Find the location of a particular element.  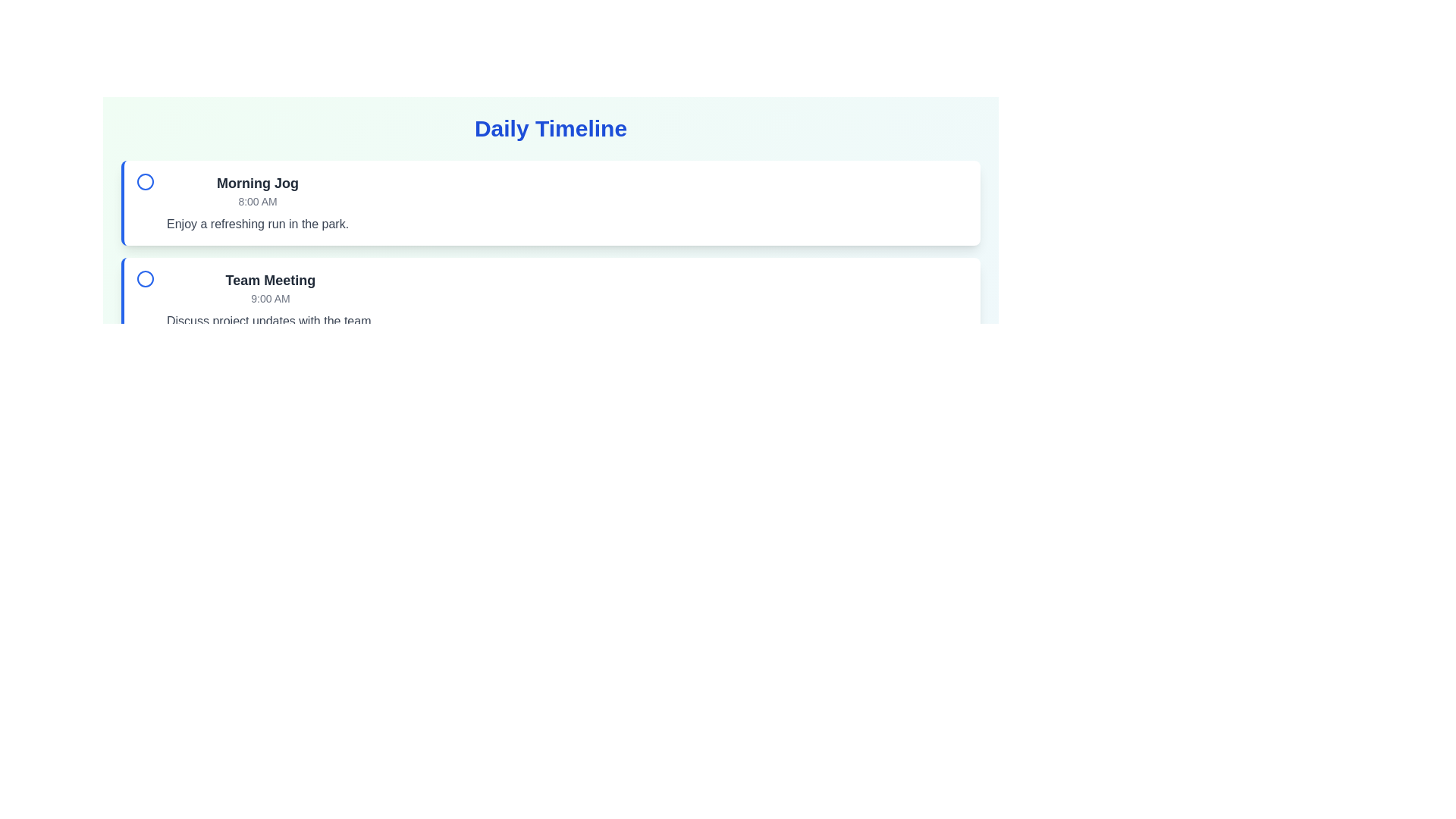

the blue circular icon with a white fill and blue border, located in the top-left corner of the 'Morning Jog' card is located at coordinates (146, 180).